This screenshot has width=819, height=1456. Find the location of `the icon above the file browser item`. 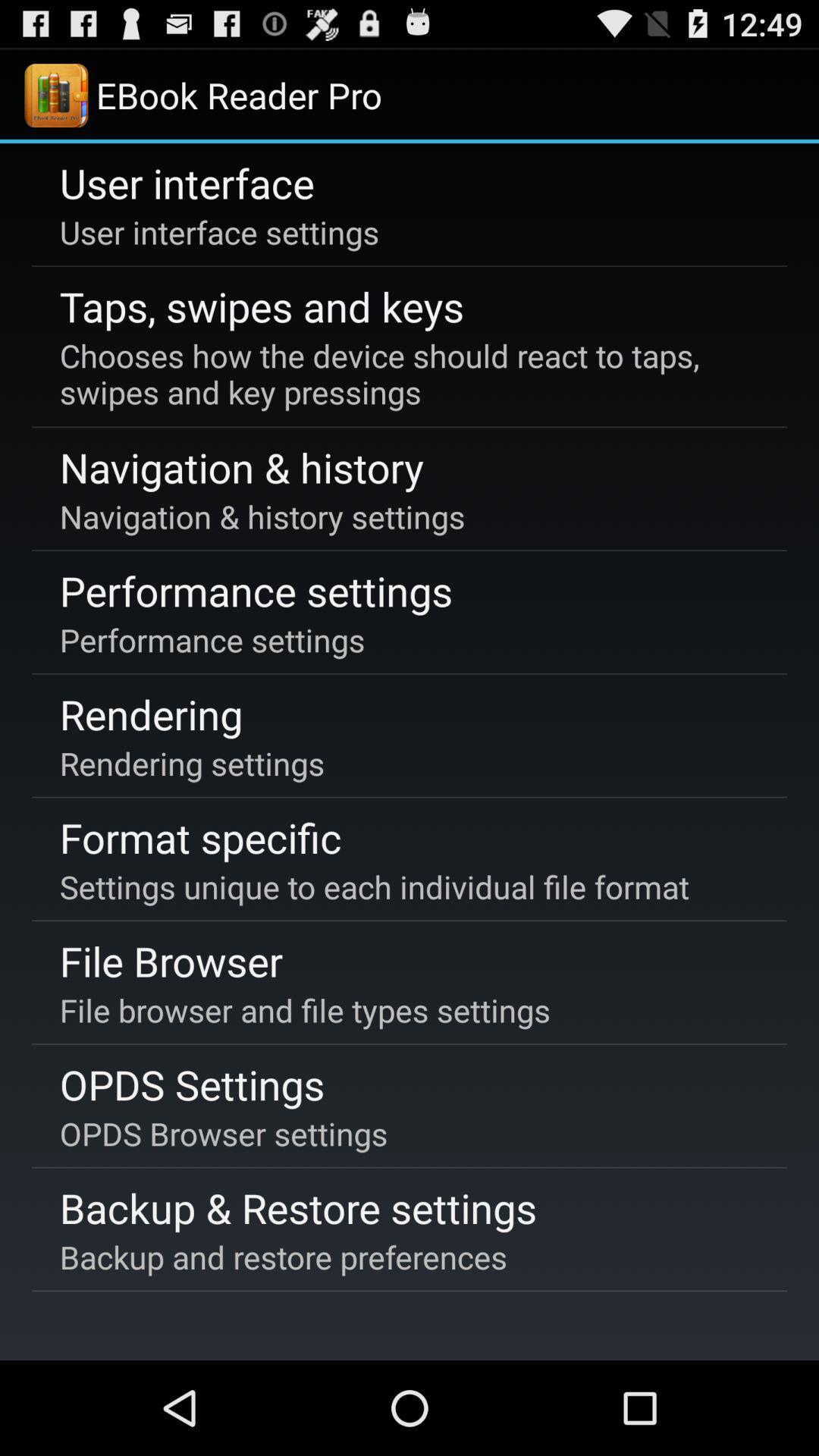

the icon above the file browser item is located at coordinates (374, 886).